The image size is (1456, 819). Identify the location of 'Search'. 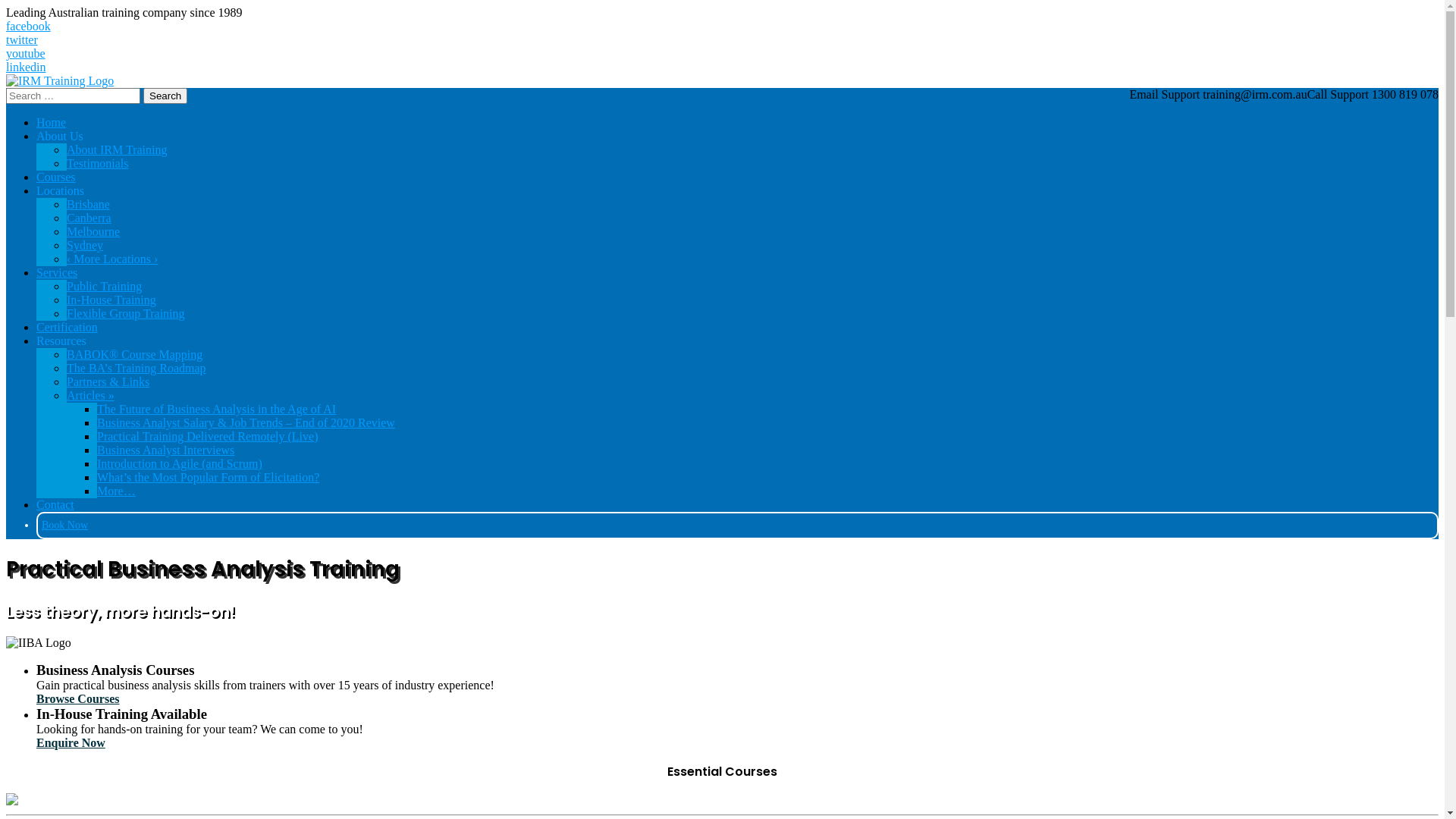
(165, 96).